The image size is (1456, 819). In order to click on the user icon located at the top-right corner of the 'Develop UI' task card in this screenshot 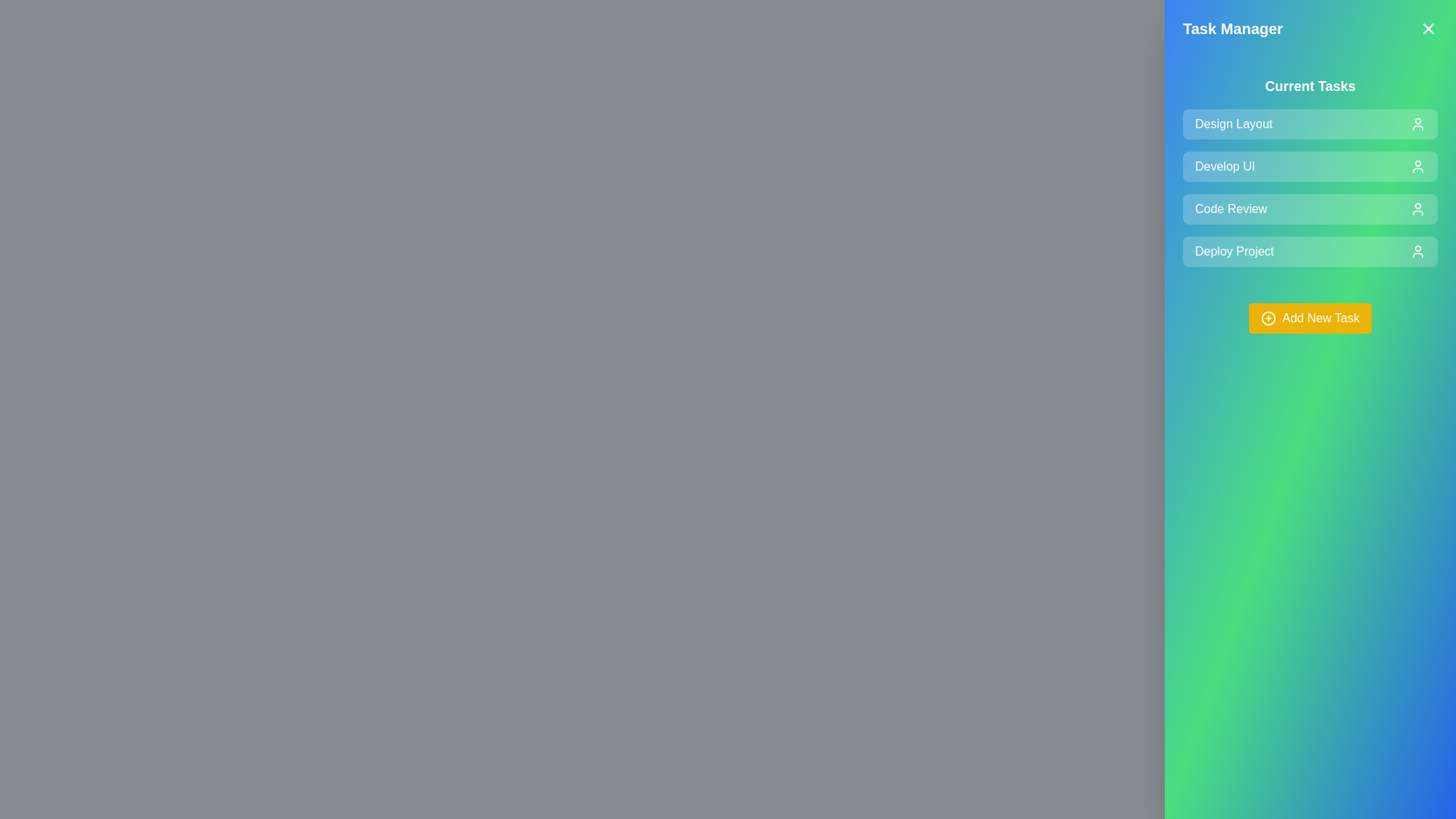, I will do `click(1417, 166)`.